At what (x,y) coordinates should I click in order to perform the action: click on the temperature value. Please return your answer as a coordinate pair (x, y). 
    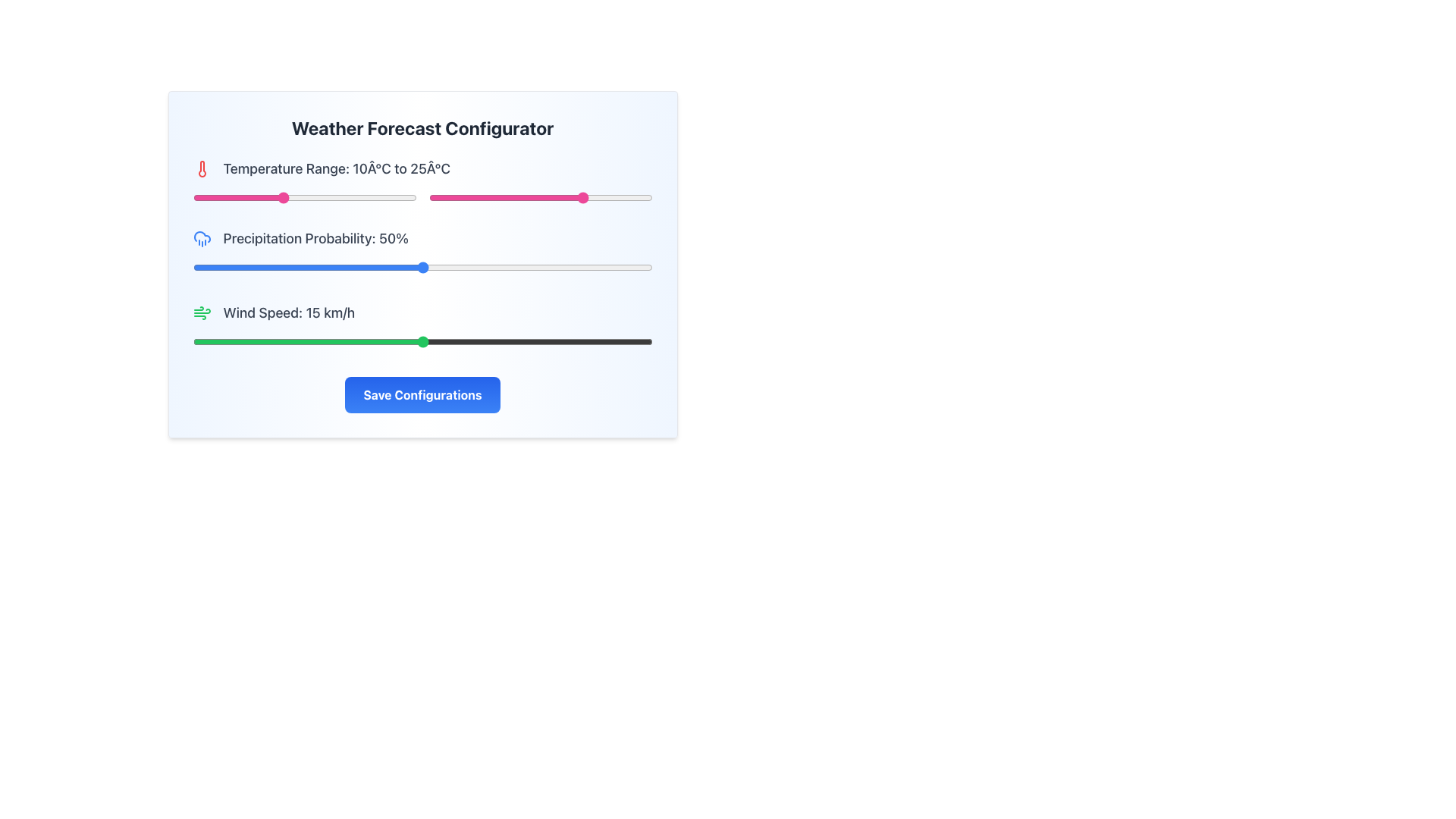
    Looking at the image, I should click on (544, 197).